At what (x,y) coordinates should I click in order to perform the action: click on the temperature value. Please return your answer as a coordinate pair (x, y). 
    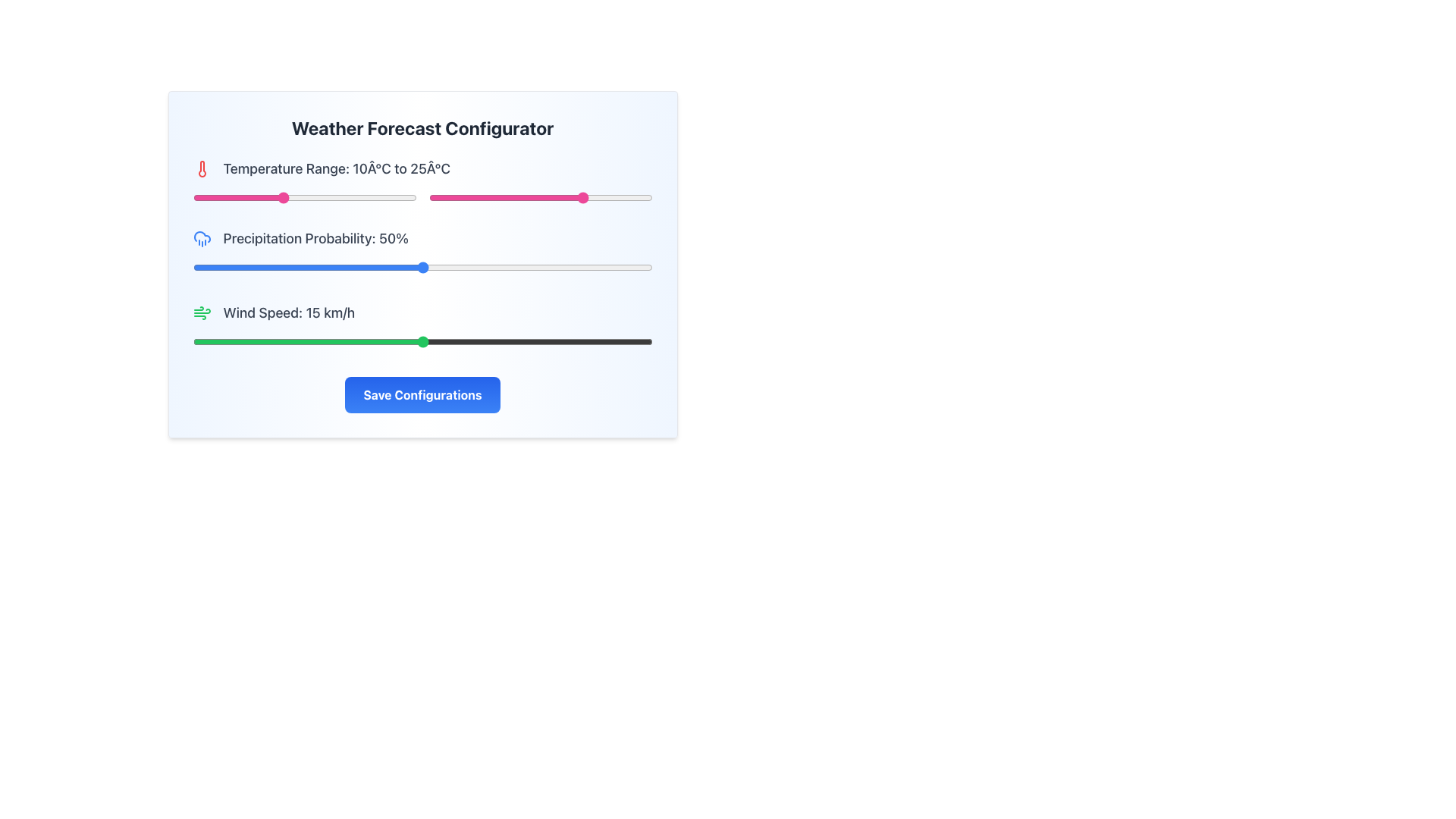
    Looking at the image, I should click on (544, 197).